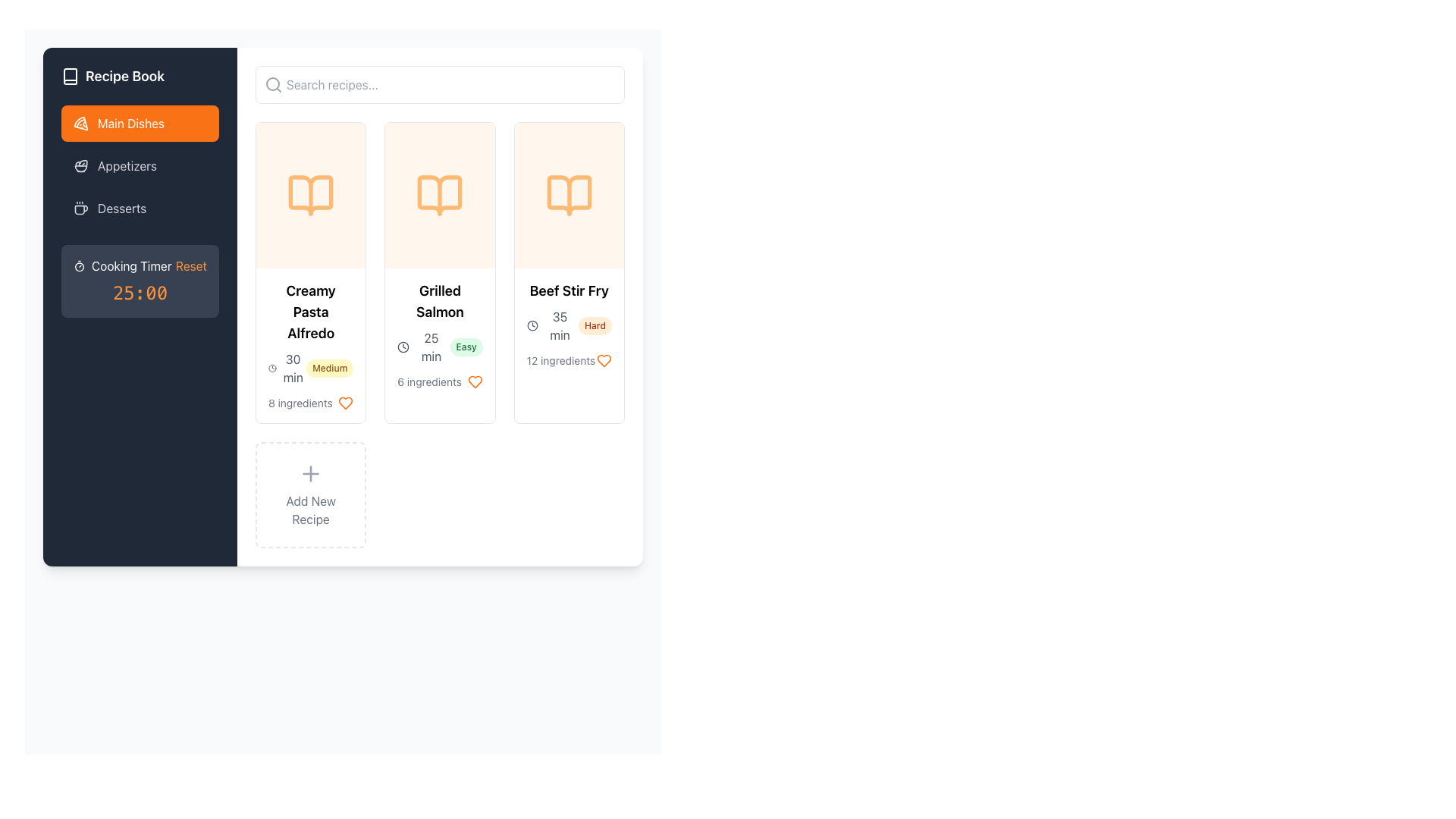  Describe the element at coordinates (568, 360) in the screenshot. I see `the label that indicates the number of ingredients required for the 'Beef Stir Fry' recipe, which is located in the bottom-right corner of the card, underneath the '35 min' and 'Hard' labels` at that location.